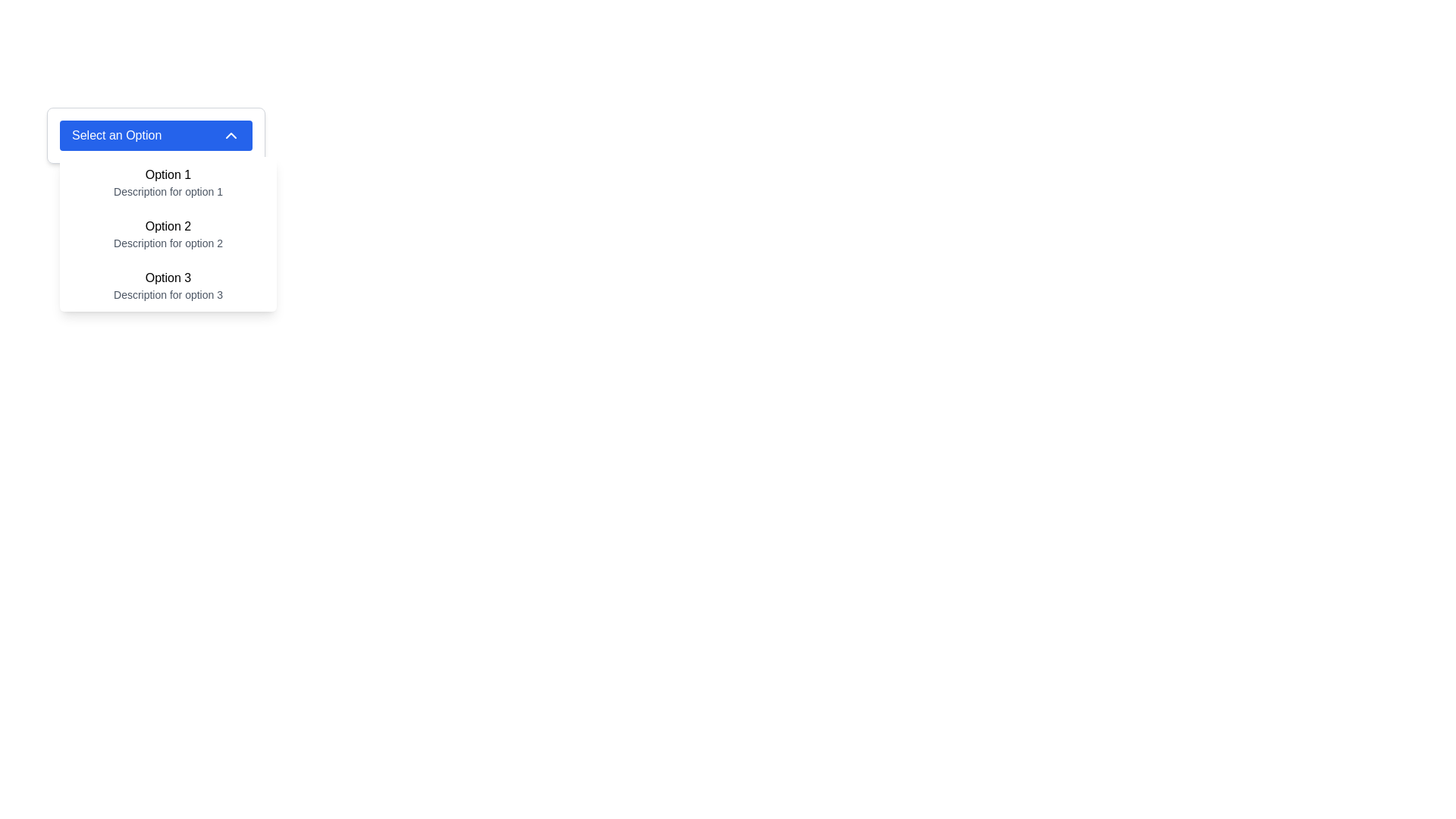 Image resolution: width=1456 pixels, height=819 pixels. I want to click on the first option in the dropdown menu labeled 'Option 1', so click(168, 181).